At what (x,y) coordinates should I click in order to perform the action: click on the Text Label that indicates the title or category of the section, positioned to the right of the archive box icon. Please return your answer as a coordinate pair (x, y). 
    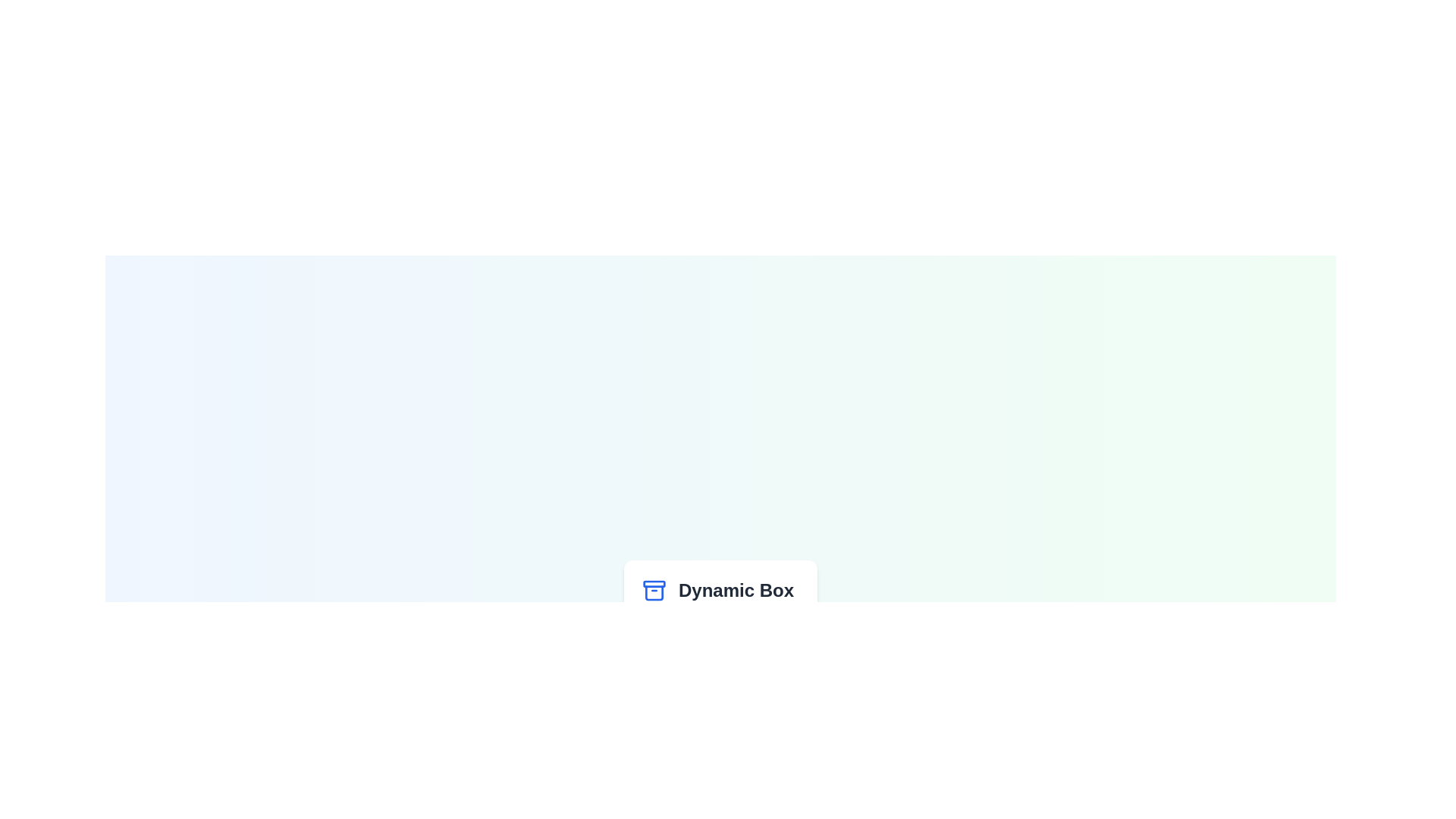
    Looking at the image, I should click on (736, 590).